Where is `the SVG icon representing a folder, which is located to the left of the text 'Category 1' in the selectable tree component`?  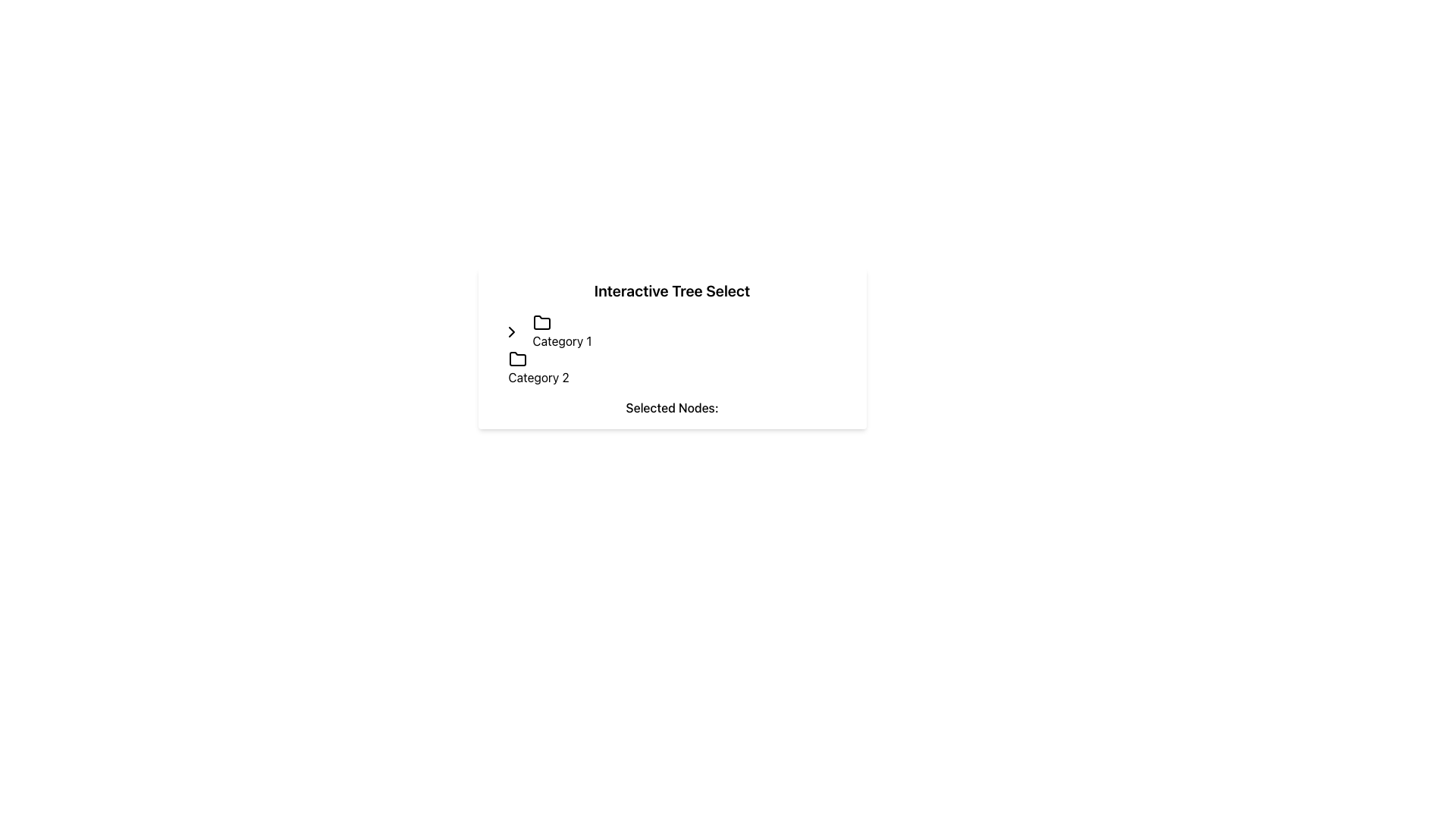 the SVG icon representing a folder, which is located to the left of the text 'Category 1' in the selectable tree component is located at coordinates (541, 322).